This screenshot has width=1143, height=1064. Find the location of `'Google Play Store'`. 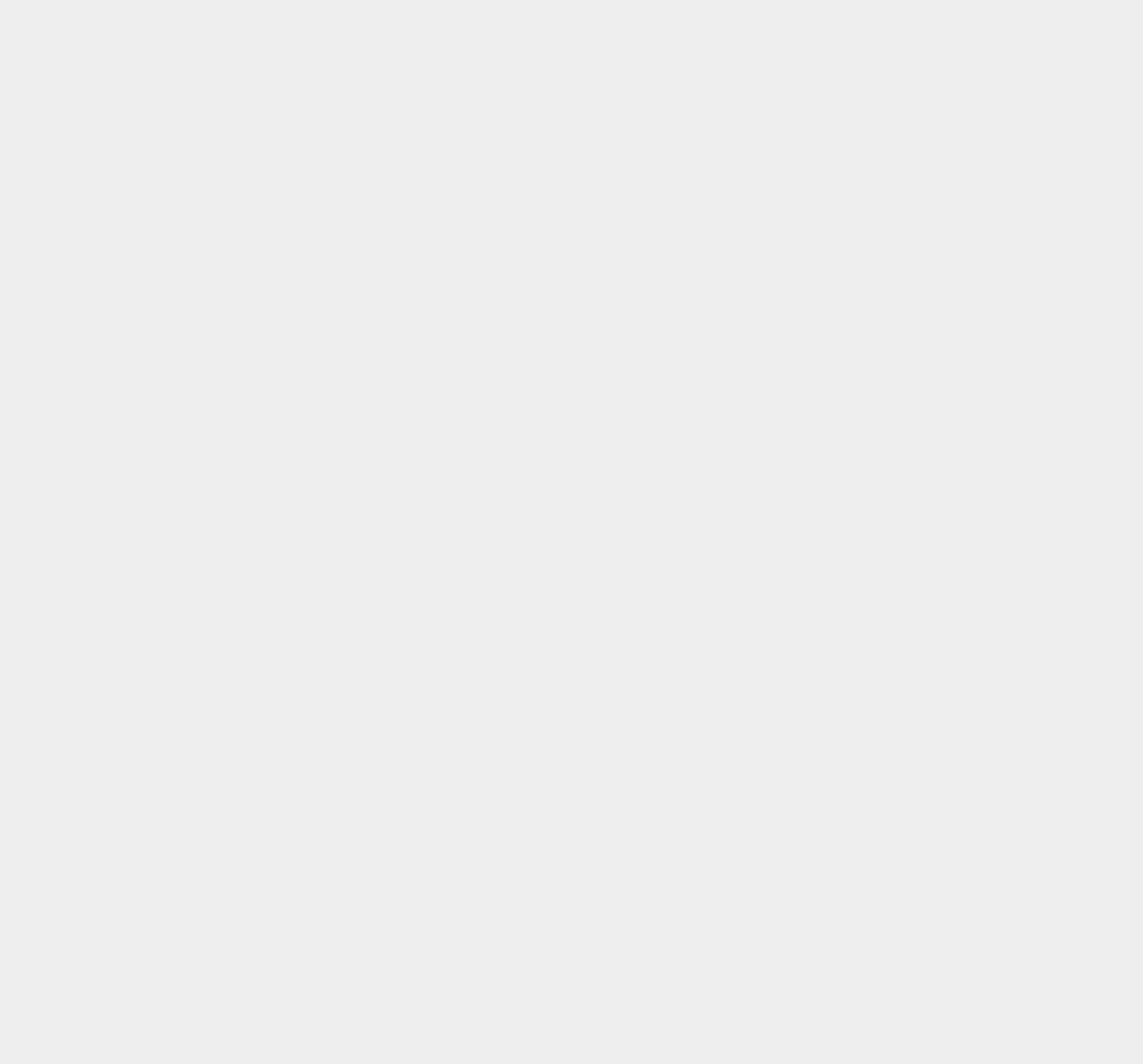

'Google Play Store' is located at coordinates (807, 789).